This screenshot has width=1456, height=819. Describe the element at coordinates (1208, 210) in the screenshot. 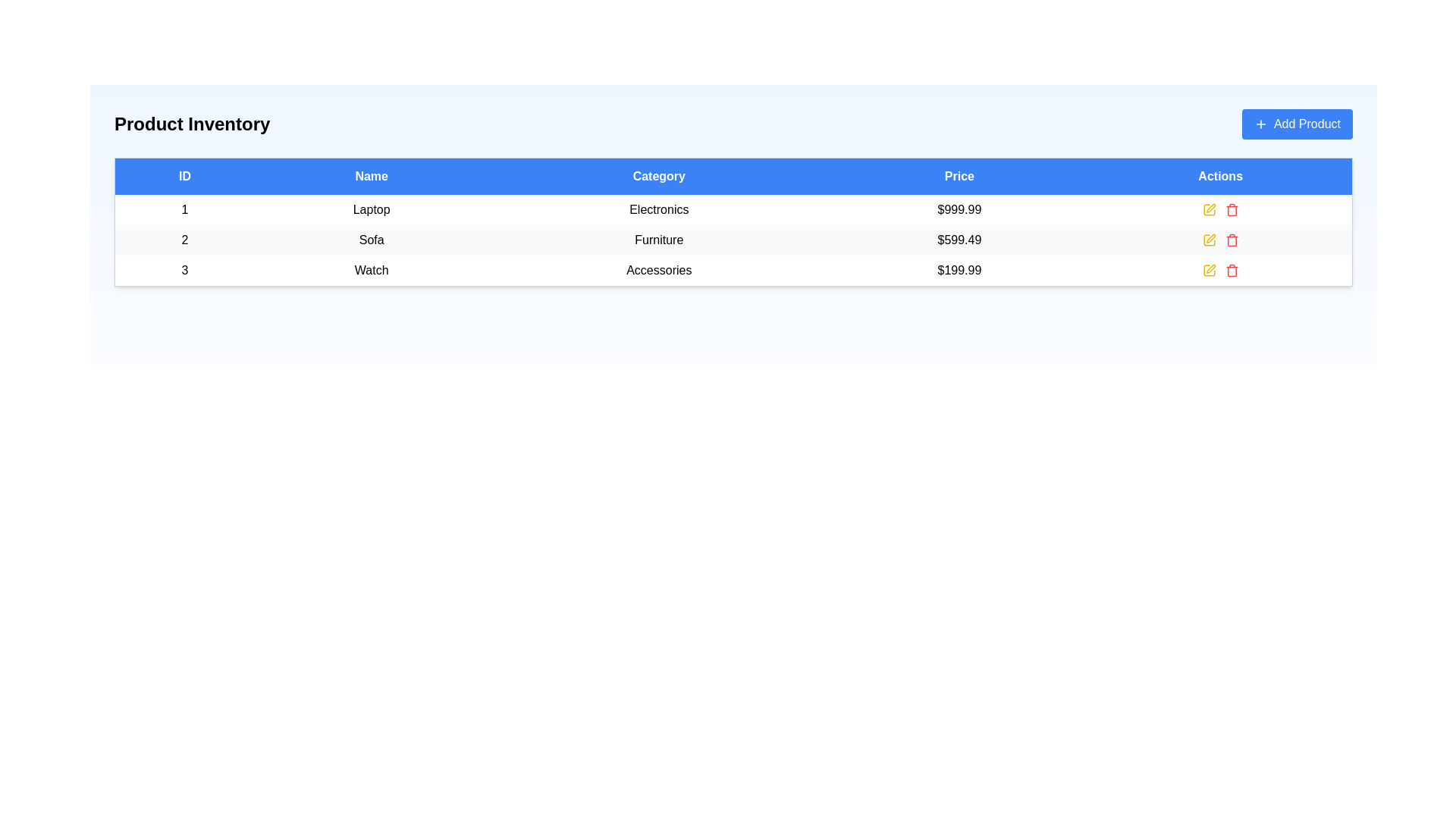

I see `the edit button located in the 'Actions' column of the first row in the 'Product Inventory' table` at that location.